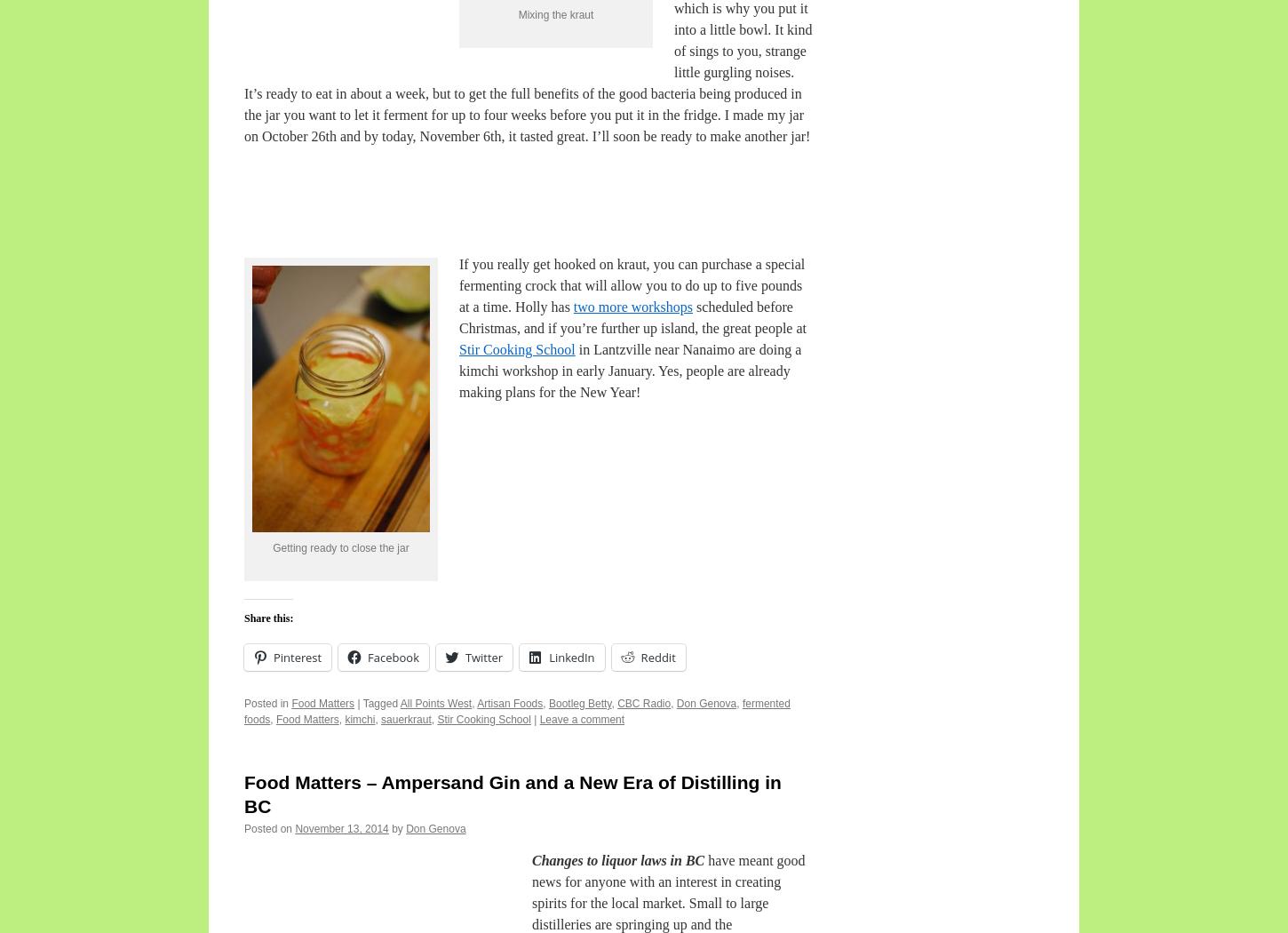 The width and height of the screenshot is (1288, 933). What do you see at coordinates (632, 315) in the screenshot?
I see `'scheduled before Christmas, and if you’re further up island, the great people at'` at bounding box center [632, 315].